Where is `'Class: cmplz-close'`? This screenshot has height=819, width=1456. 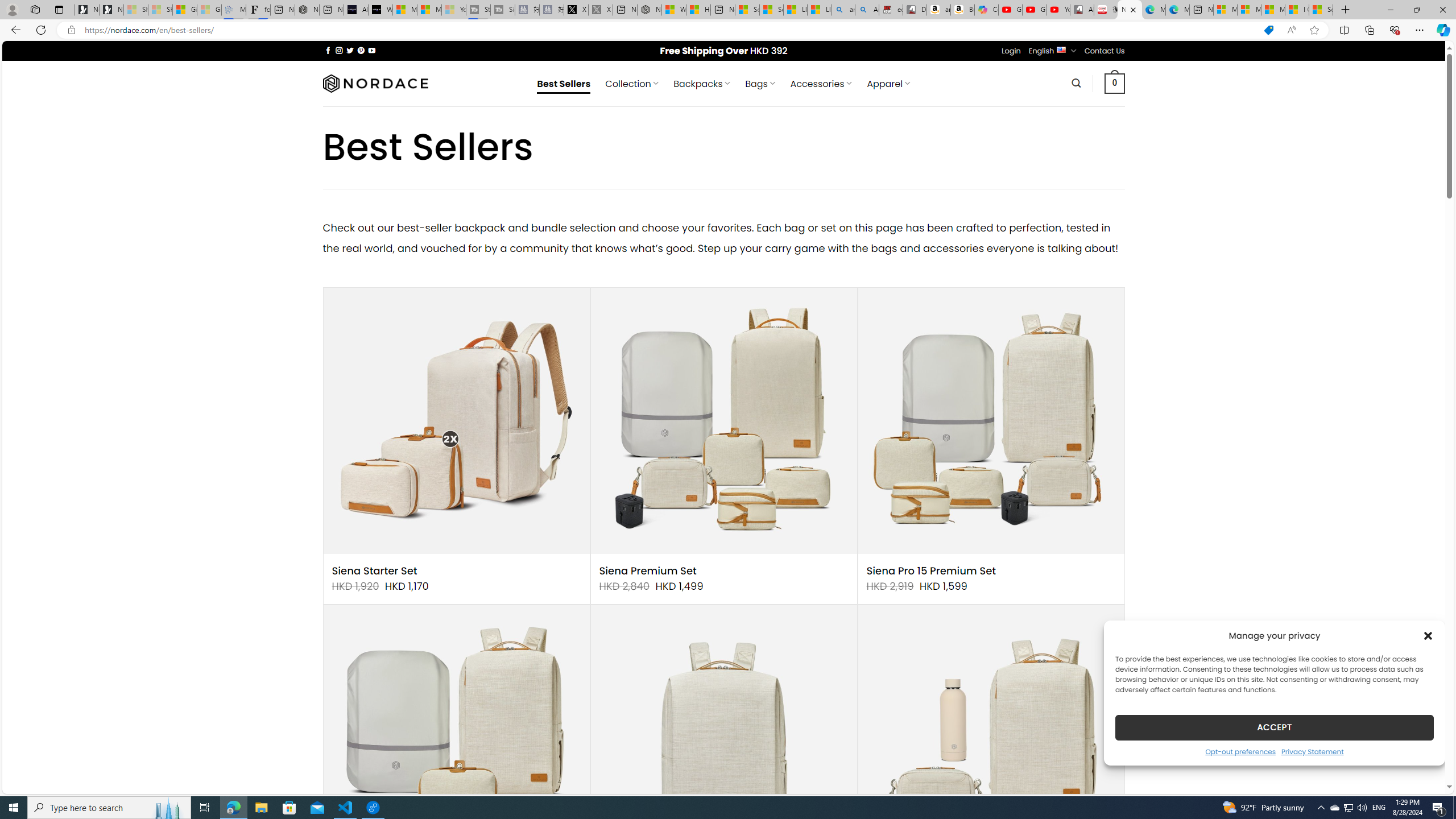
'Class: cmplz-close' is located at coordinates (1428, 635).